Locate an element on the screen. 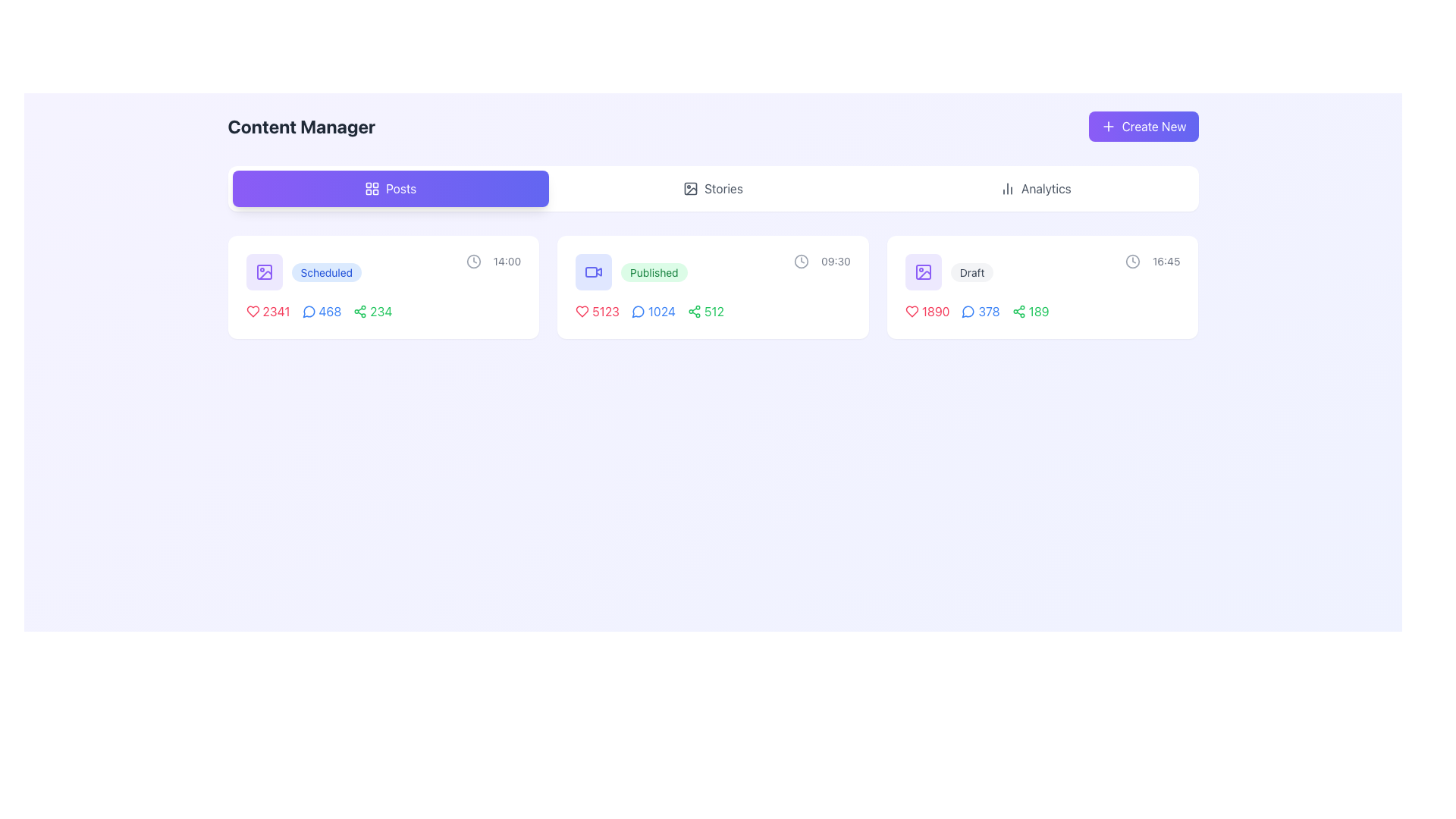 The image size is (1456, 819). the Time indicator with icon in the Draft post card is located at coordinates (1153, 260).